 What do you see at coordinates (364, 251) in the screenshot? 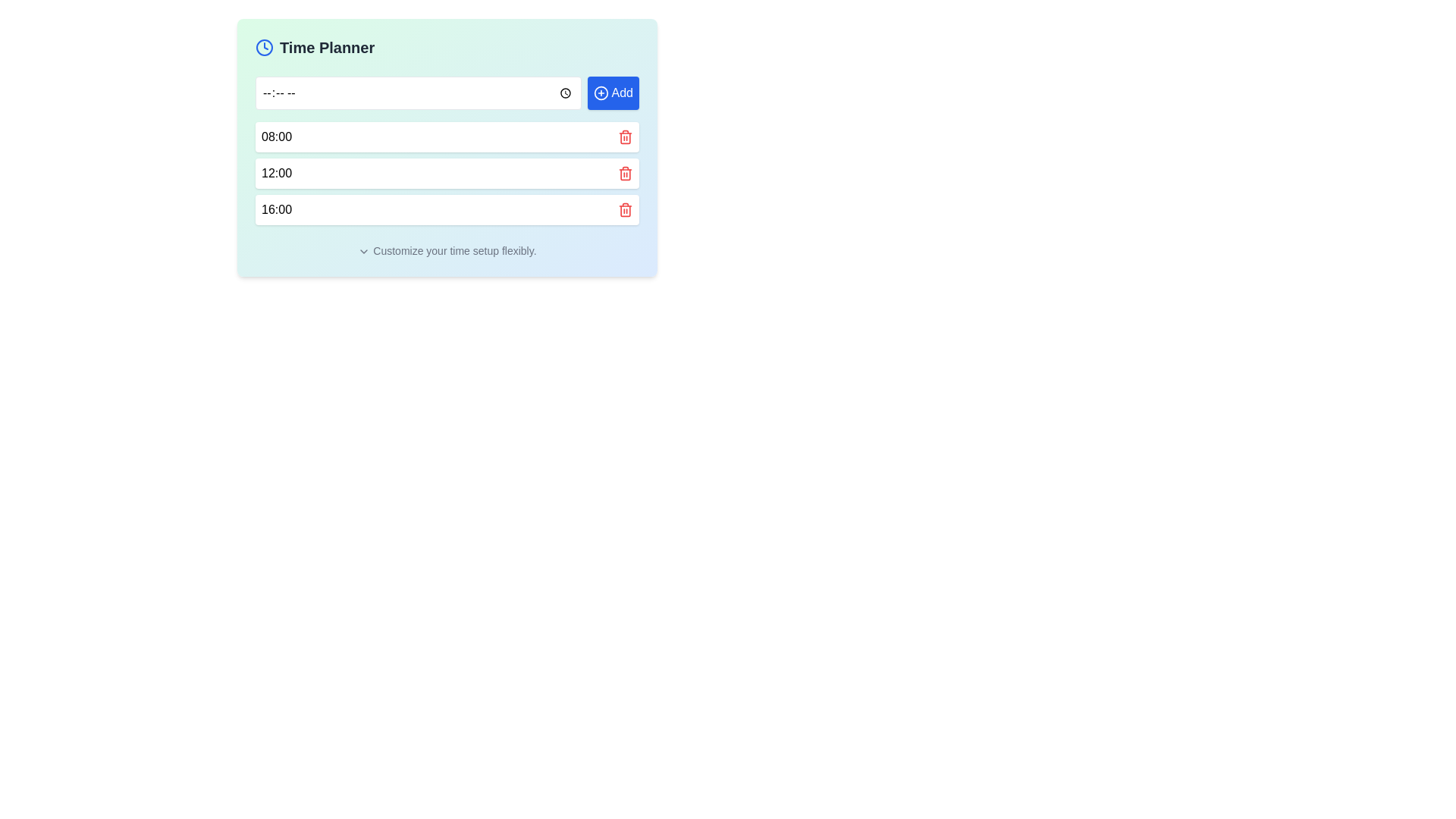
I see `the tooltip of the SVG chevron icon located slightly to the left of the text 'Customize your time setup flexibly' in the time planning section` at bounding box center [364, 251].